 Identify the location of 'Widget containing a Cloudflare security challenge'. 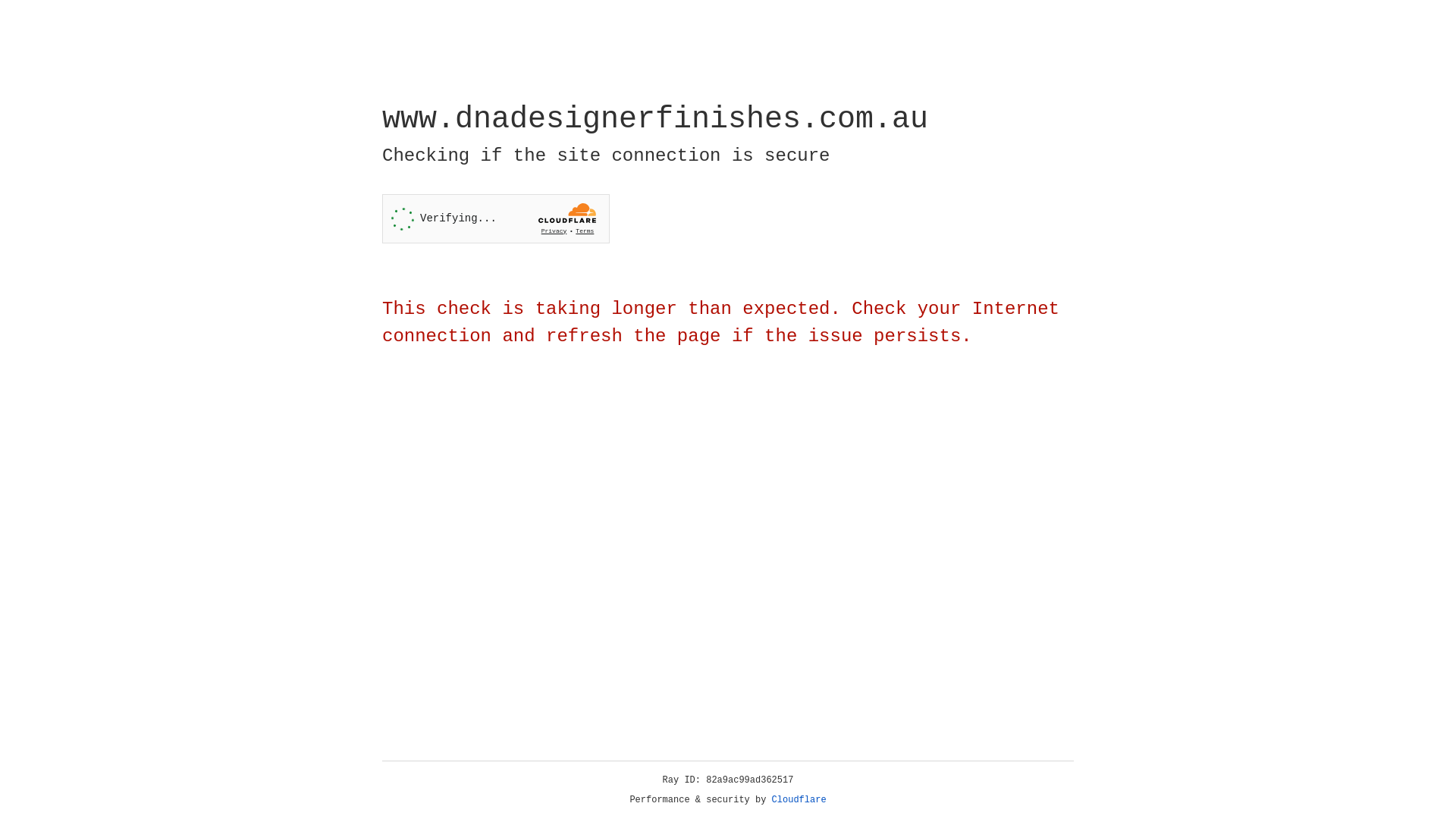
(495, 218).